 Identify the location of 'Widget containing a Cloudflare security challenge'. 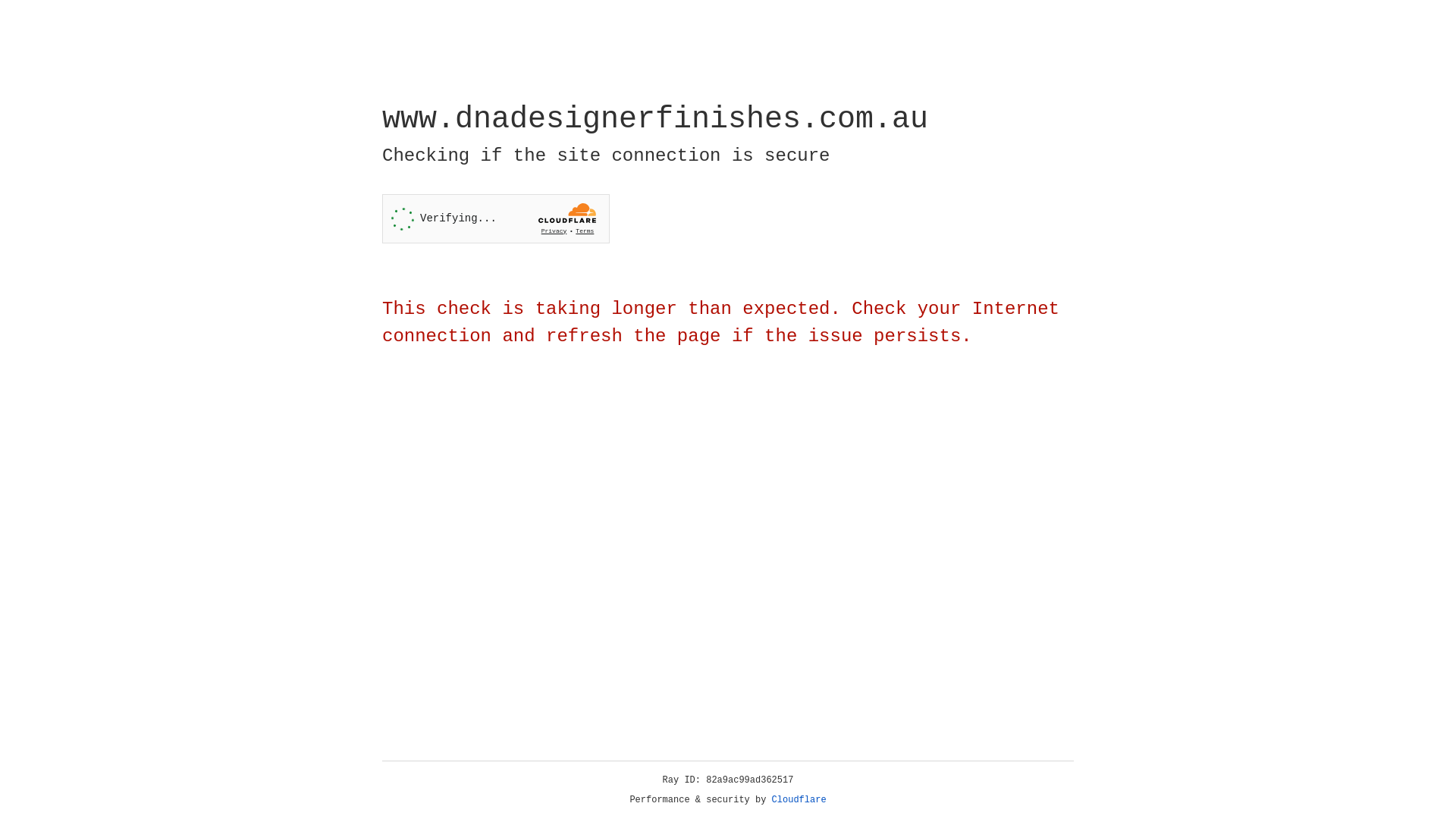
(495, 218).